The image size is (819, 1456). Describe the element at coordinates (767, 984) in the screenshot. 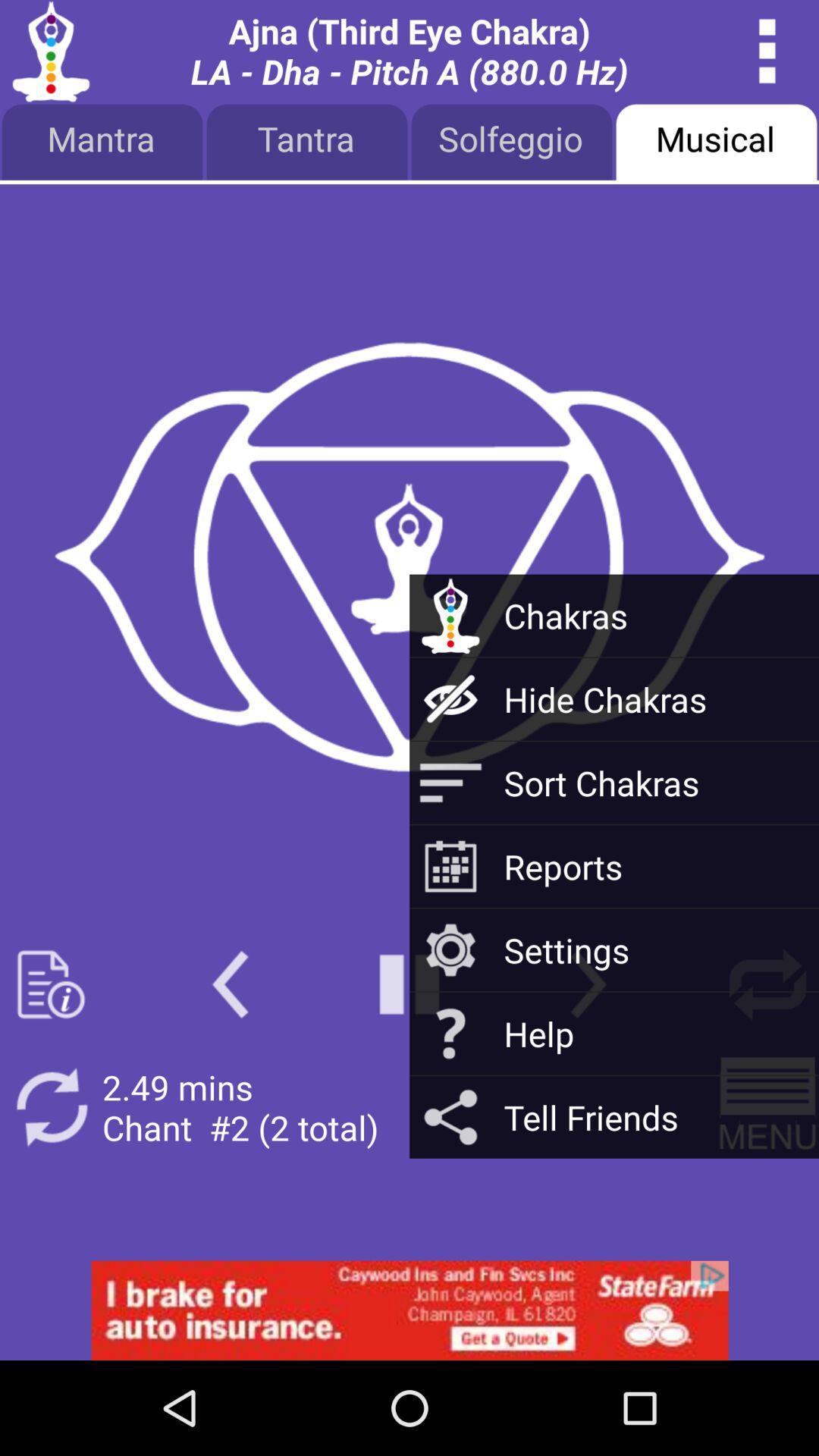

I see `setting button` at that location.